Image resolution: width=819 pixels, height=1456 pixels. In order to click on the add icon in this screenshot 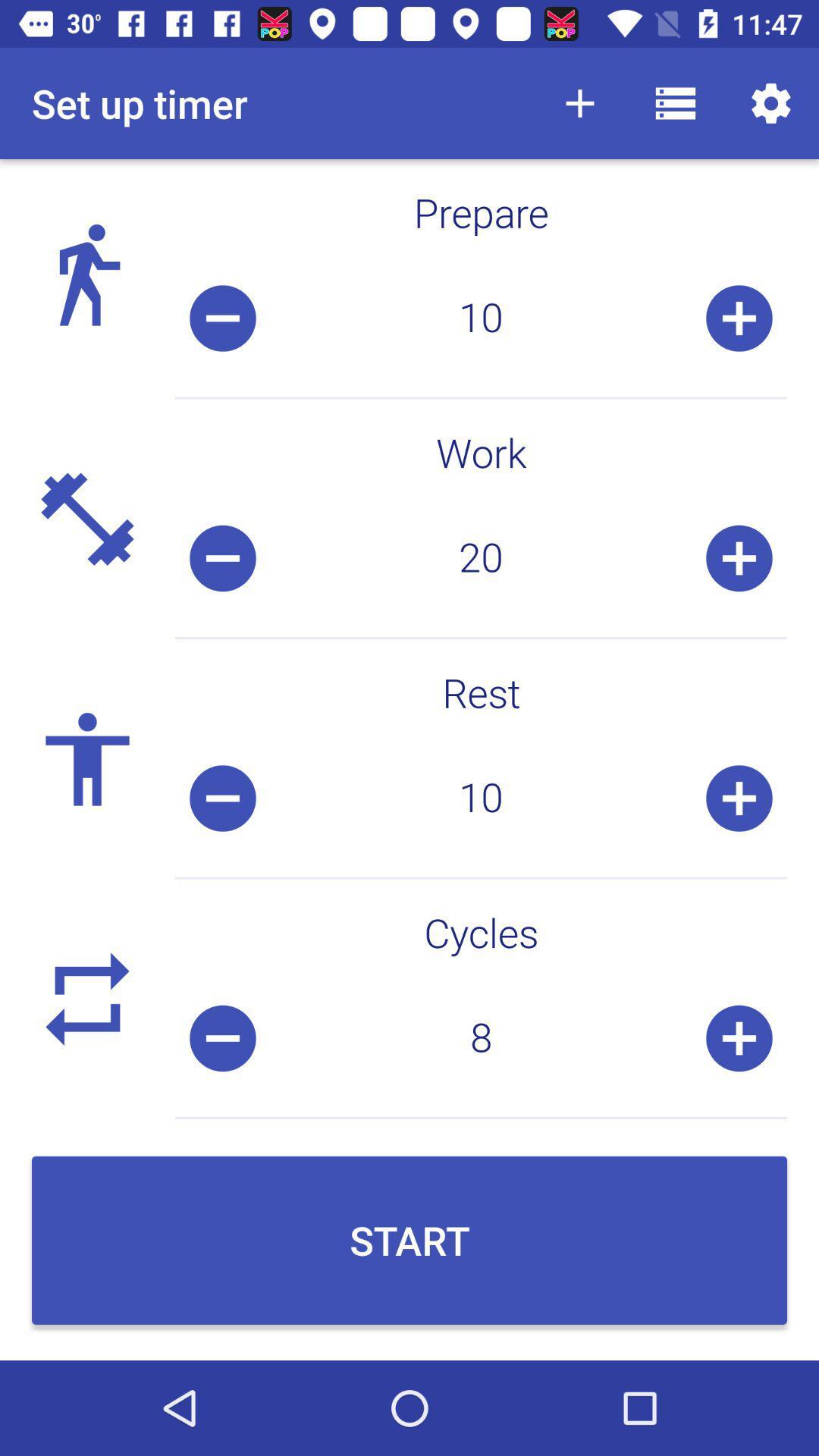, I will do `click(739, 318)`.